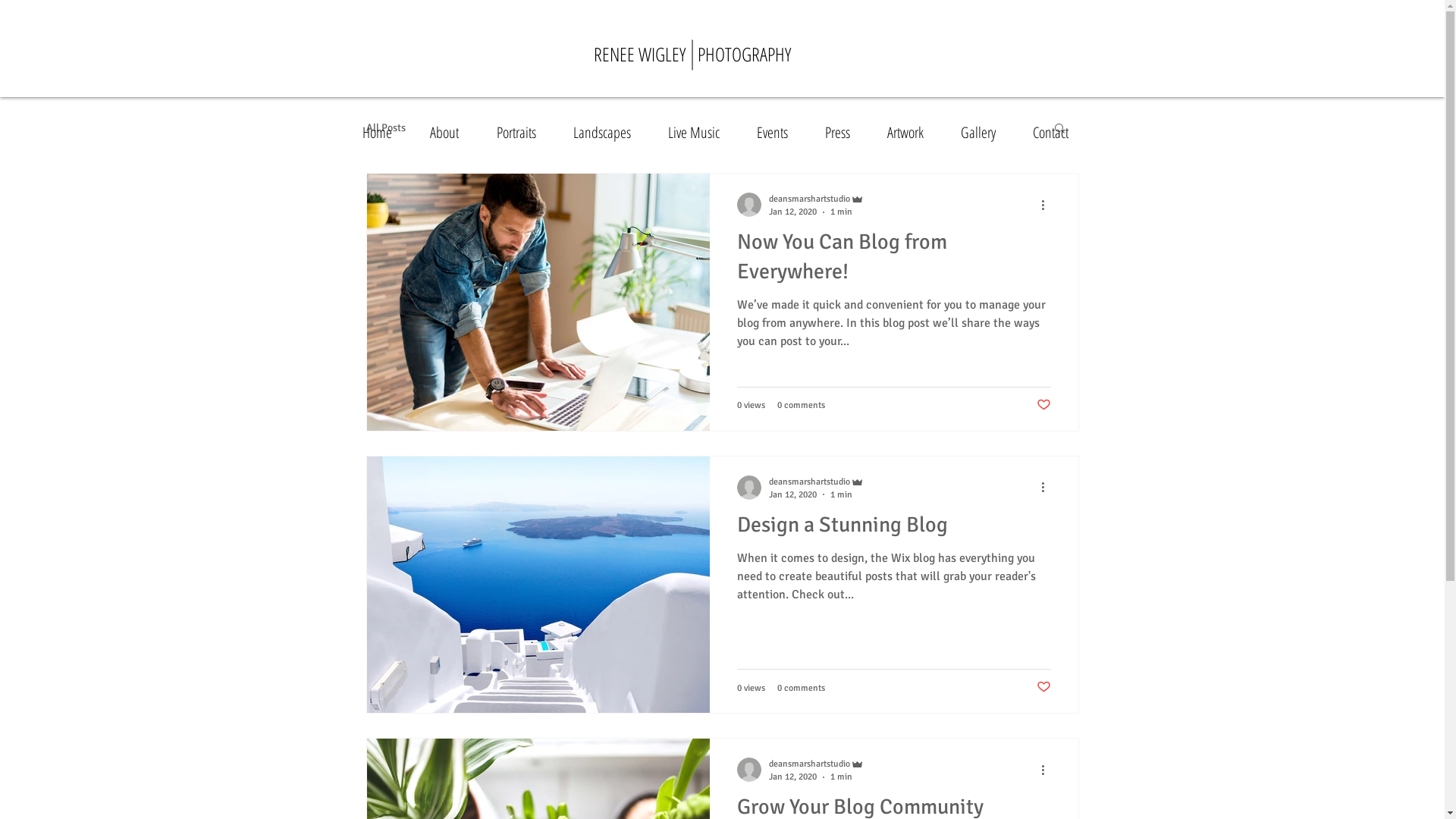  Describe the element at coordinates (815, 198) in the screenshot. I see `'deansmarshartstudio'` at that location.